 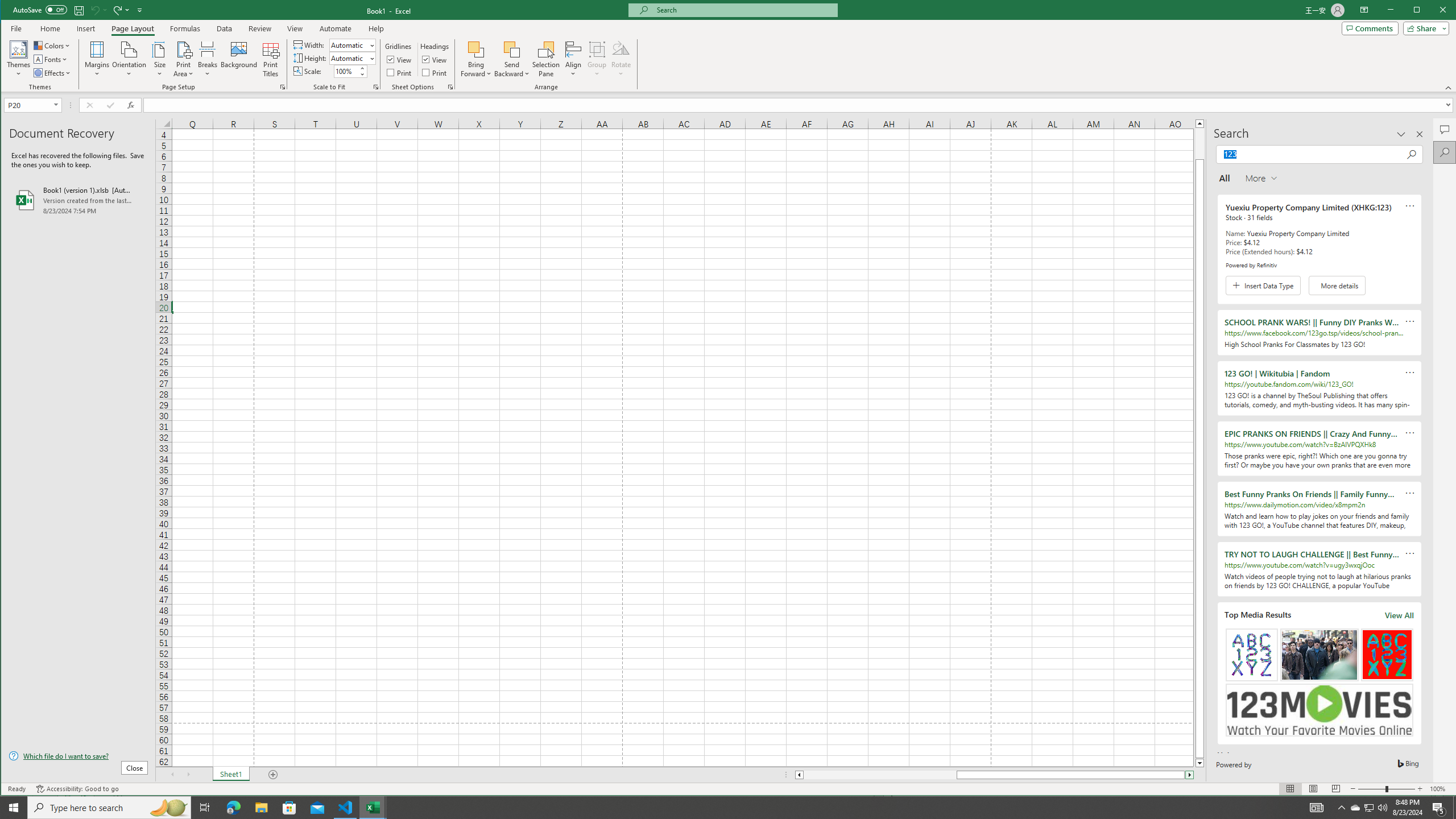 What do you see at coordinates (1420, 11) in the screenshot?
I see `'Minimize'` at bounding box center [1420, 11].